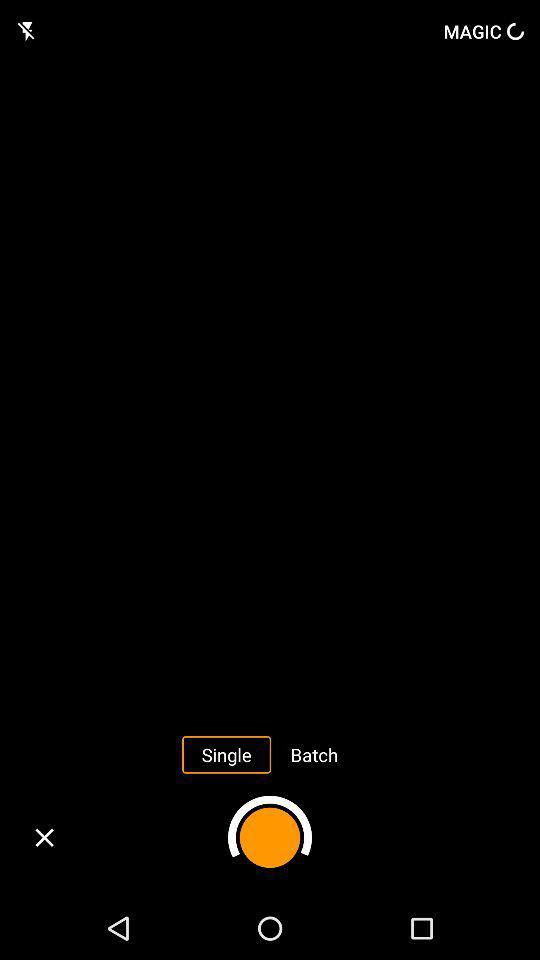 This screenshot has height=960, width=540. What do you see at coordinates (482, 30) in the screenshot?
I see `magic icon` at bounding box center [482, 30].